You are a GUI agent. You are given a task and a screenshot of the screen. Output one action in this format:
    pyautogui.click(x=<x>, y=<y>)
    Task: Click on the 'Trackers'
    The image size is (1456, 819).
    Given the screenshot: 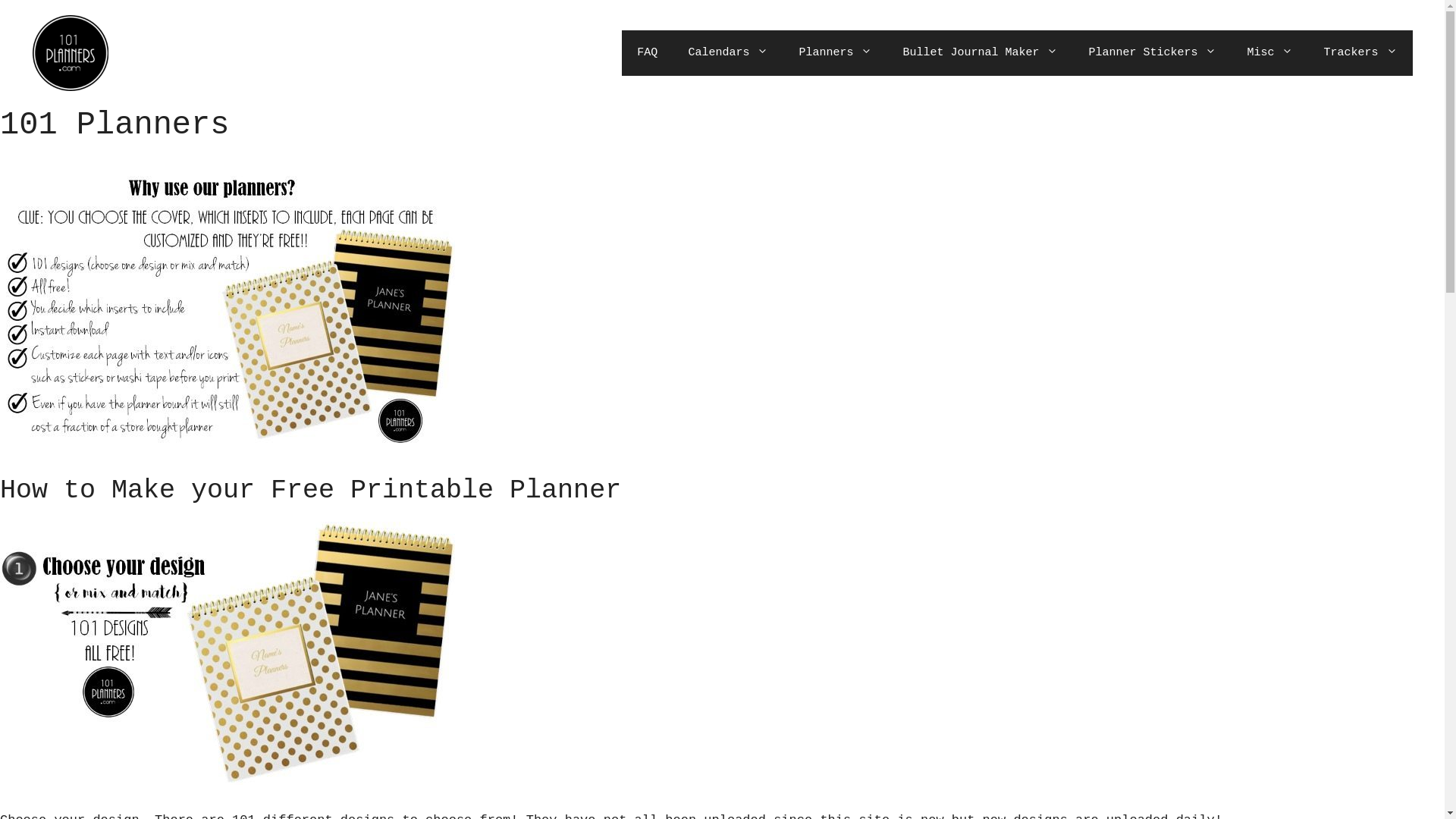 What is the action you would take?
    pyautogui.click(x=1360, y=52)
    